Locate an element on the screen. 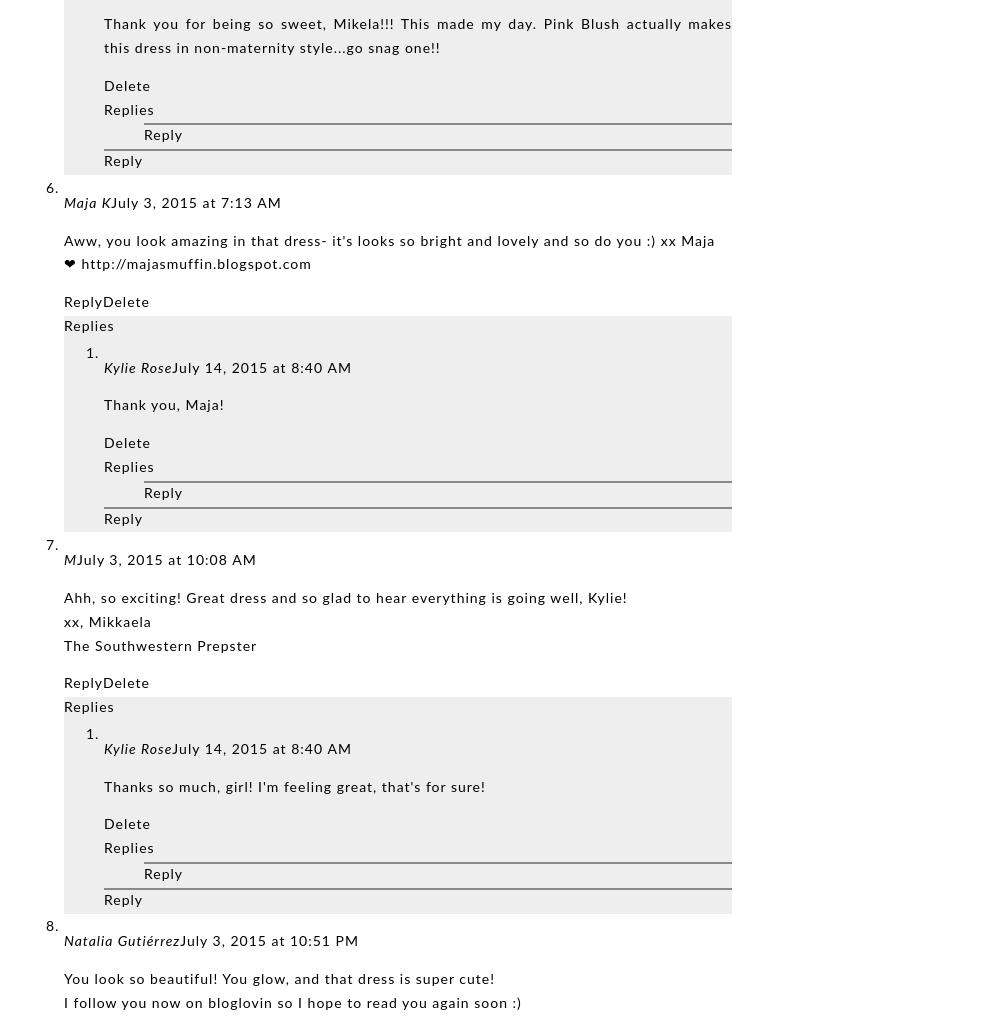  'Ahh, so exciting! Great dress and so glad to hear everything is going well, Kylie!' is located at coordinates (345, 598).